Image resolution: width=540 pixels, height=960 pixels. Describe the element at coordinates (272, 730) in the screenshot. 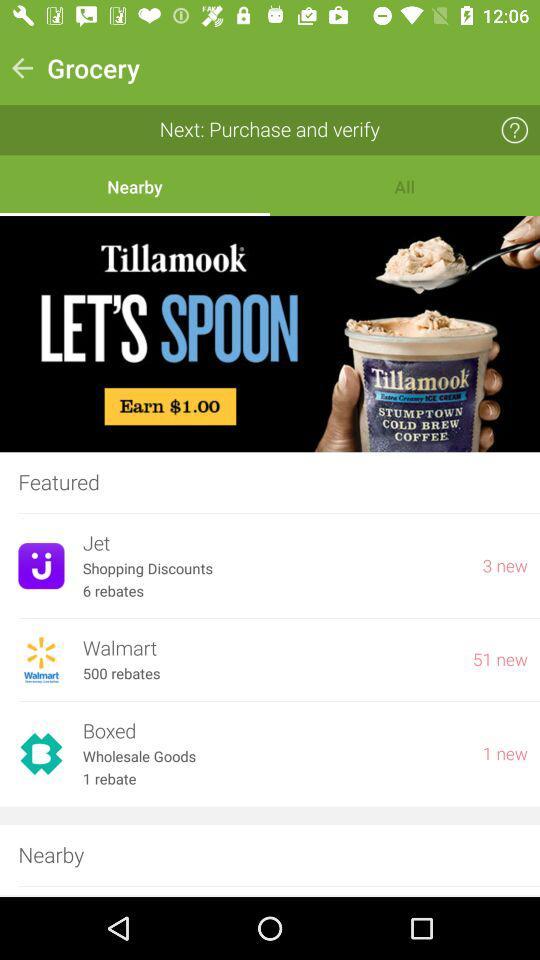

I see `item to the left of 1 new` at that location.